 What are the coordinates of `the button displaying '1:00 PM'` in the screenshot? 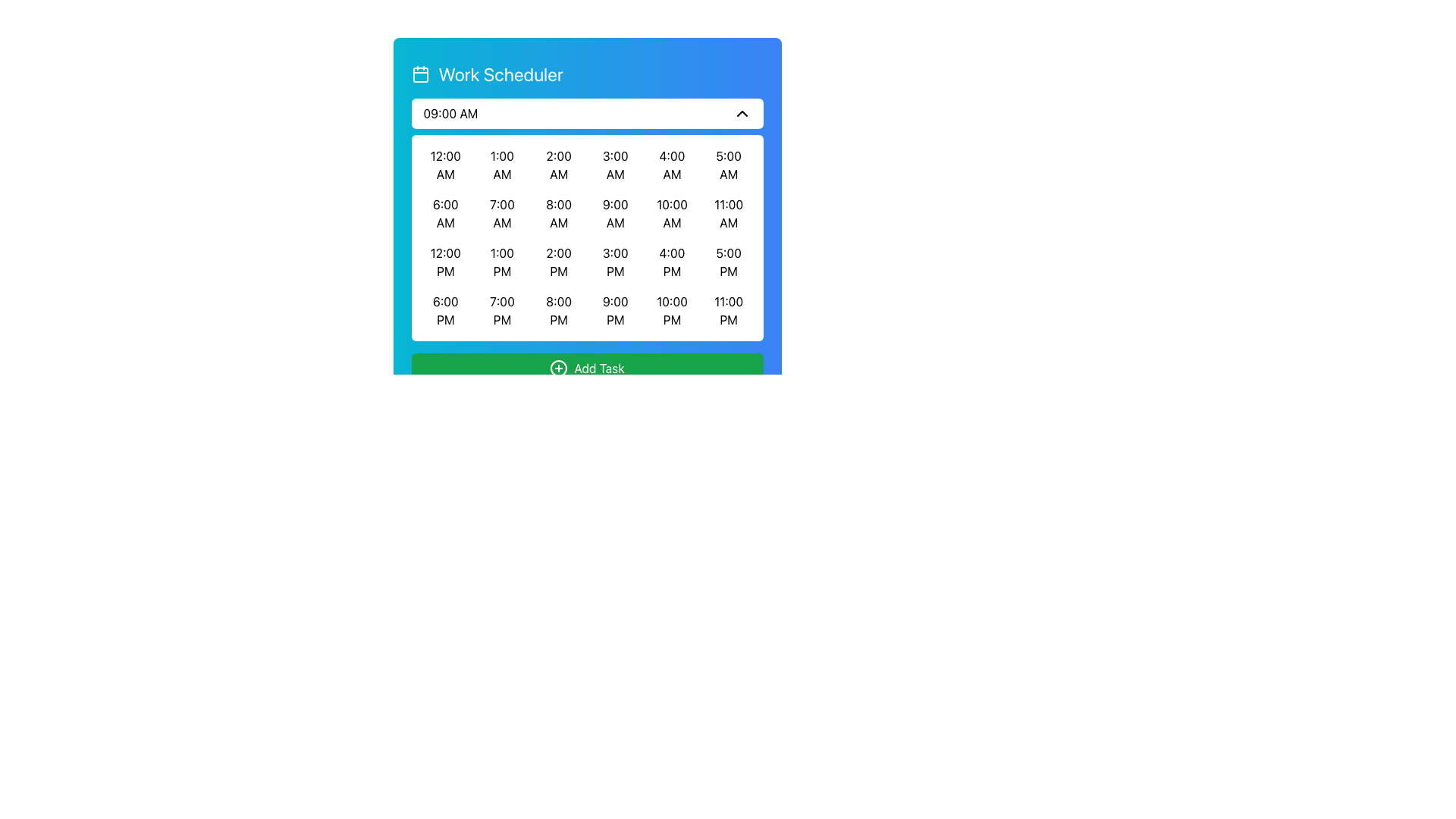 It's located at (502, 262).